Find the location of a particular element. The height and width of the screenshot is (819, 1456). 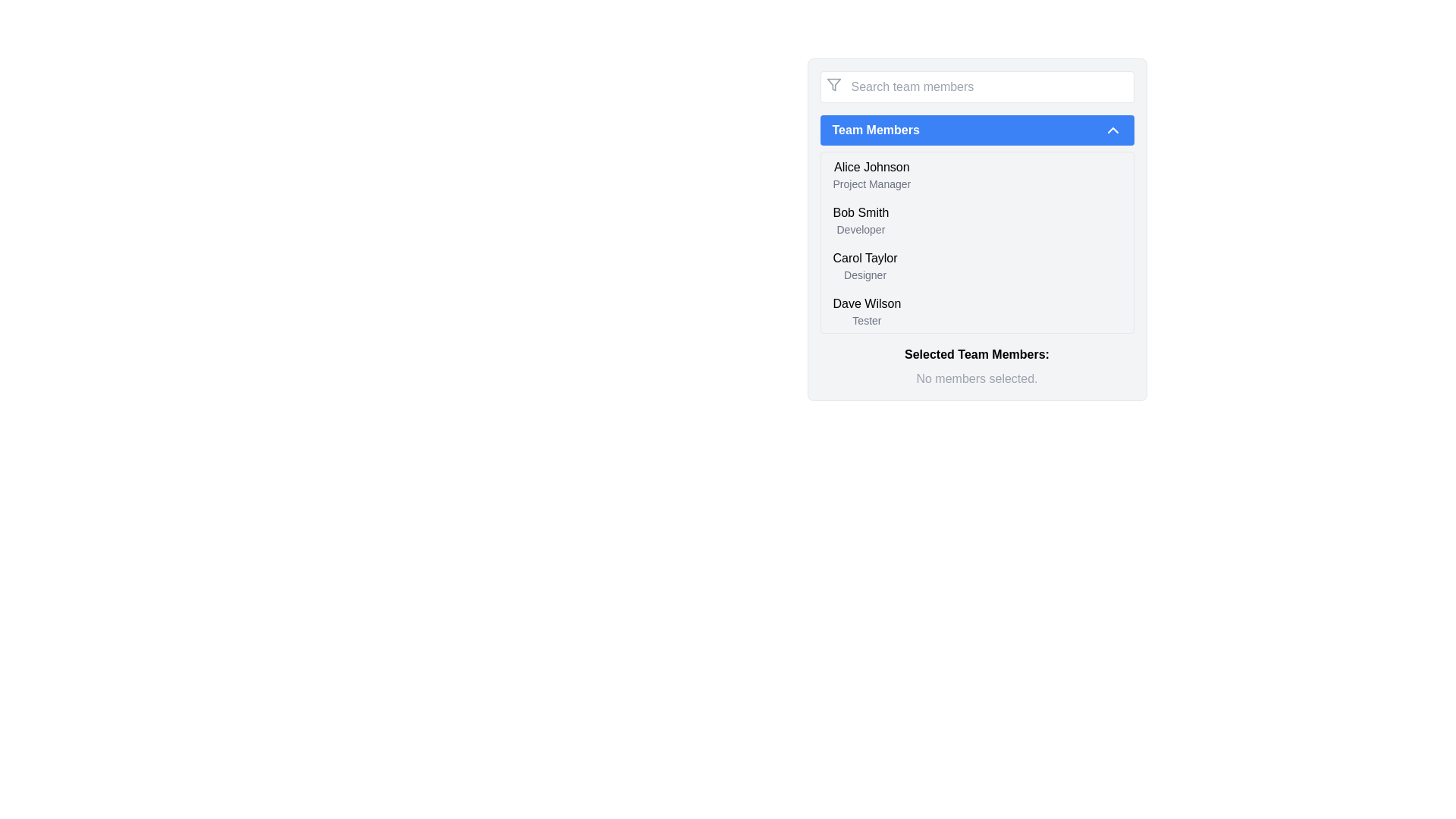

the List item displaying 'Bob Smith' and 'Developer', which is the second item under 'Team Members' is located at coordinates (977, 220).